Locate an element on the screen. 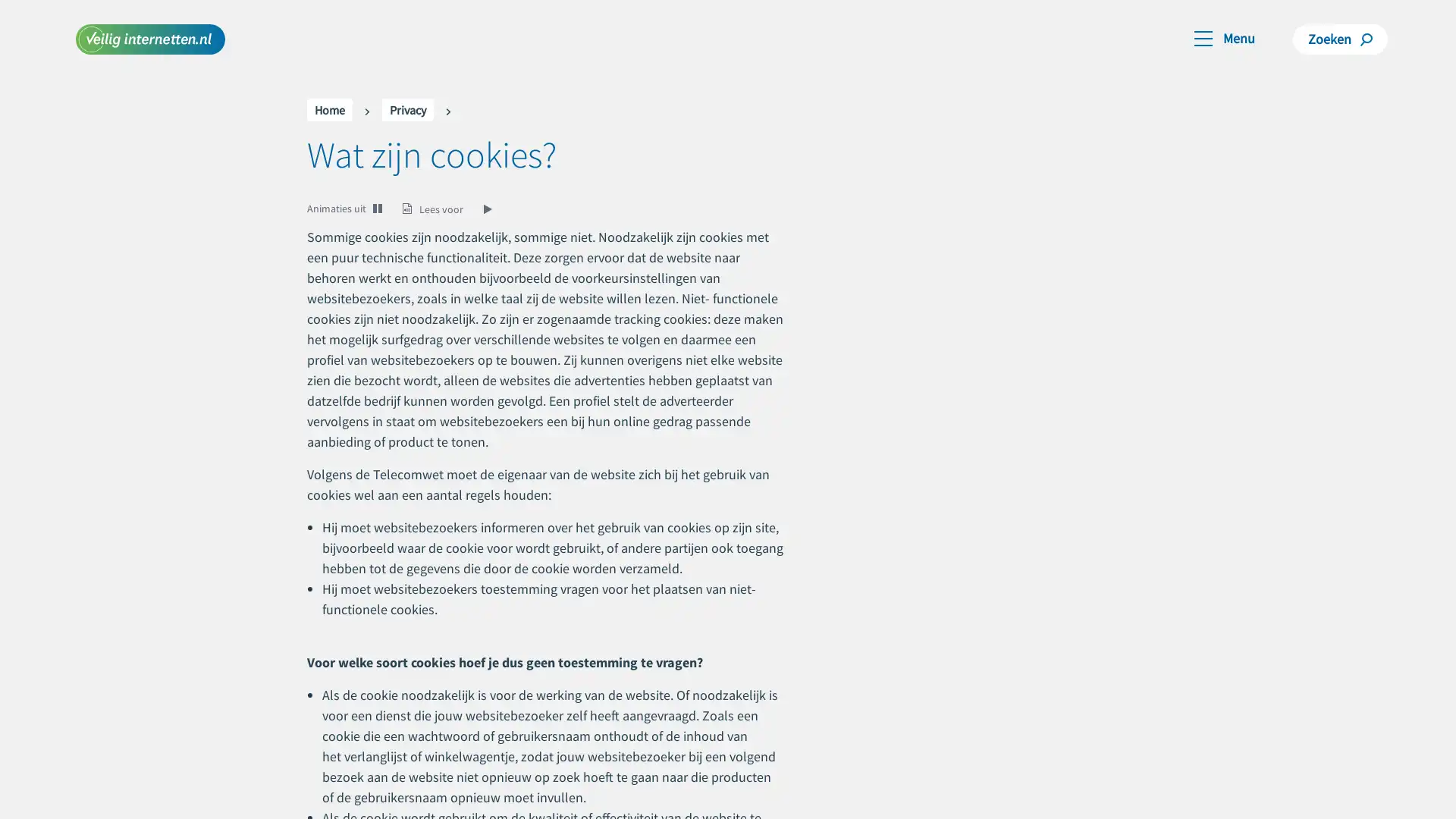 This screenshot has height=819, width=1456. Zoeken Zoeken is located at coordinates (1340, 38).